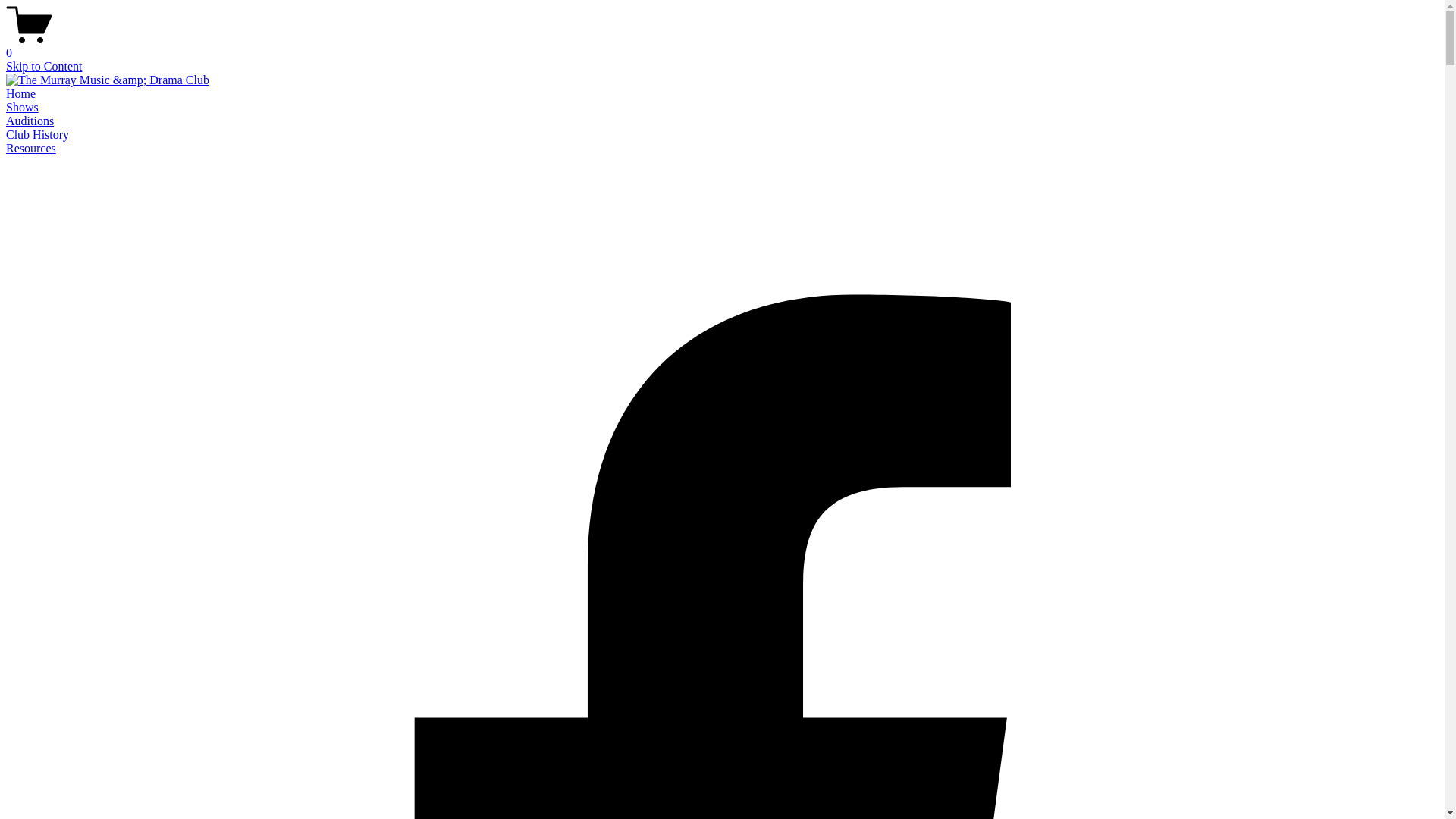 Image resolution: width=1456 pixels, height=819 pixels. What do you see at coordinates (37, 133) in the screenshot?
I see `'Club History'` at bounding box center [37, 133].